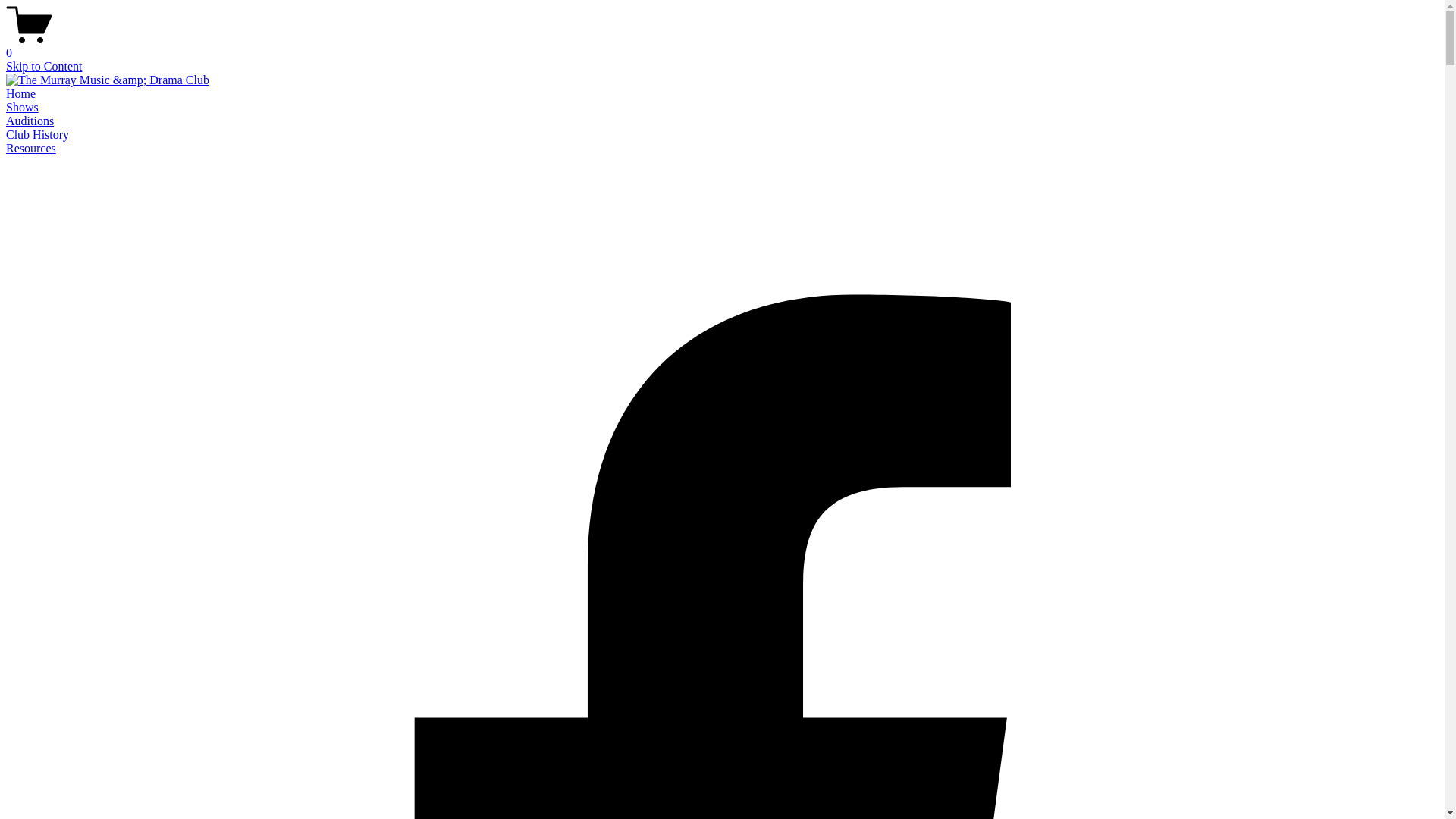 Image resolution: width=1456 pixels, height=819 pixels. What do you see at coordinates (37, 133) in the screenshot?
I see `'Club History'` at bounding box center [37, 133].